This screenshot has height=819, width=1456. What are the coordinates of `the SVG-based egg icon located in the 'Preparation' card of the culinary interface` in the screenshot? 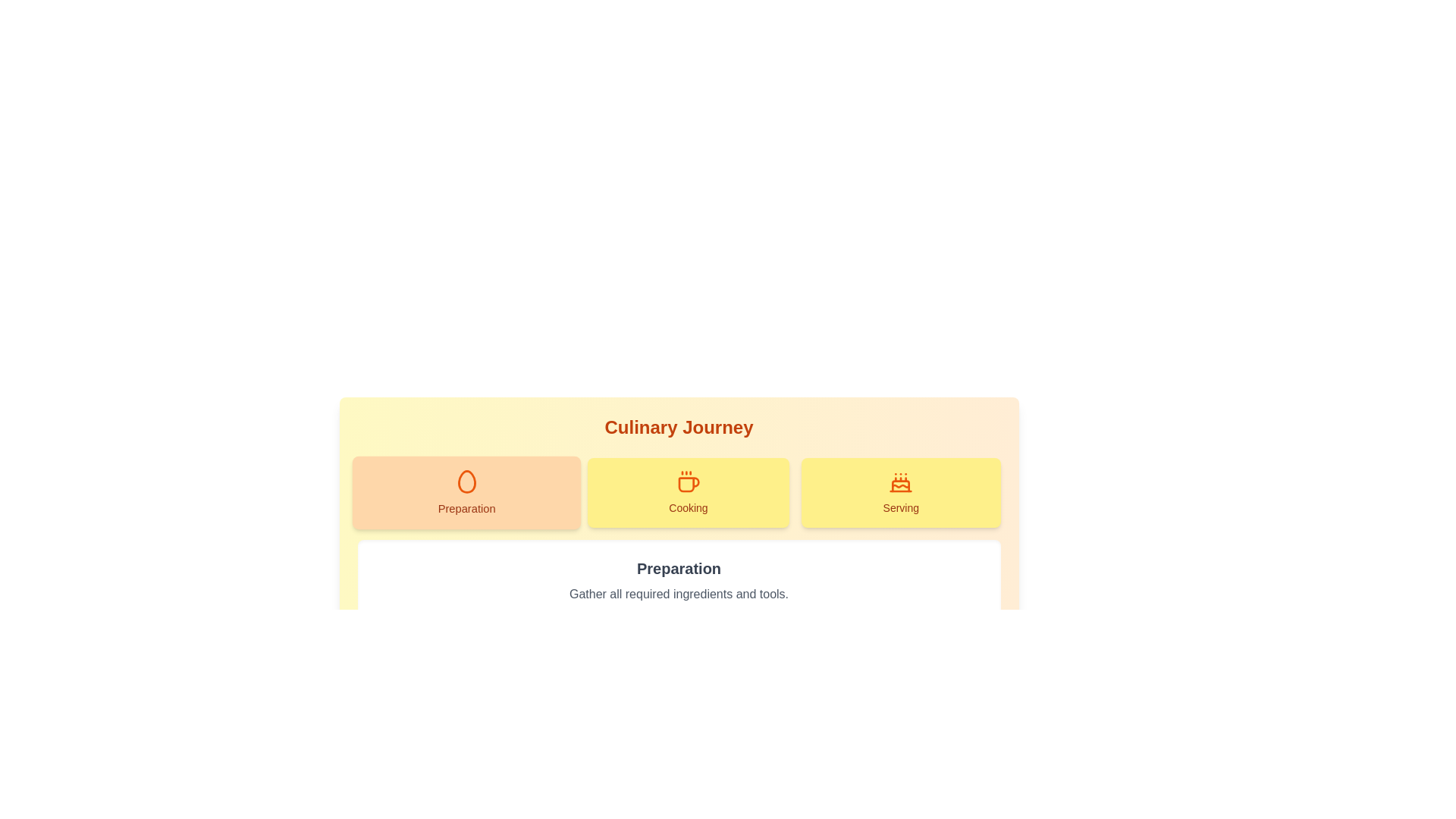 It's located at (466, 482).